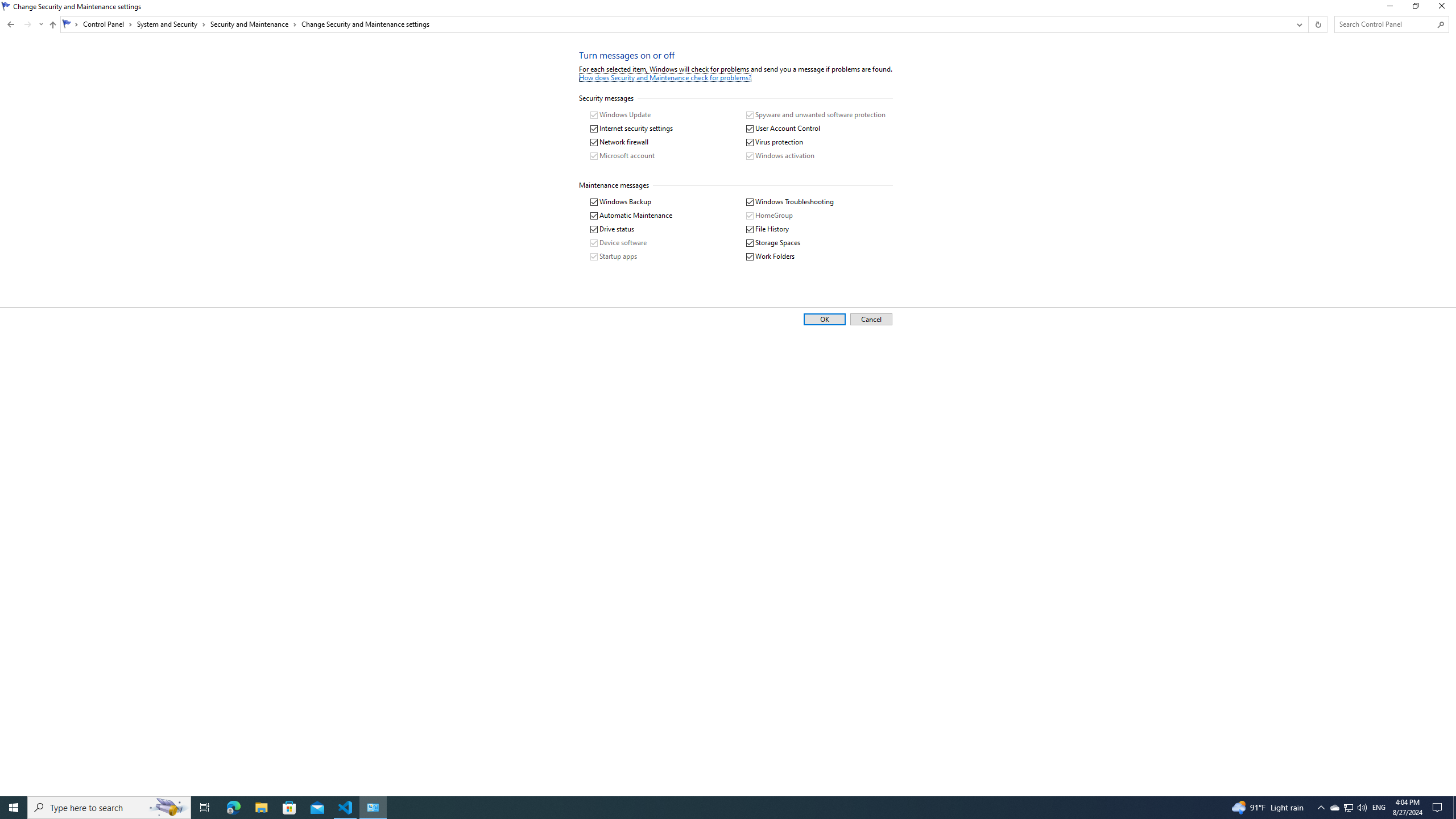 This screenshot has height=819, width=1456. What do you see at coordinates (665, 77) in the screenshot?
I see `'How does Security and Maintenance check for problems?'` at bounding box center [665, 77].